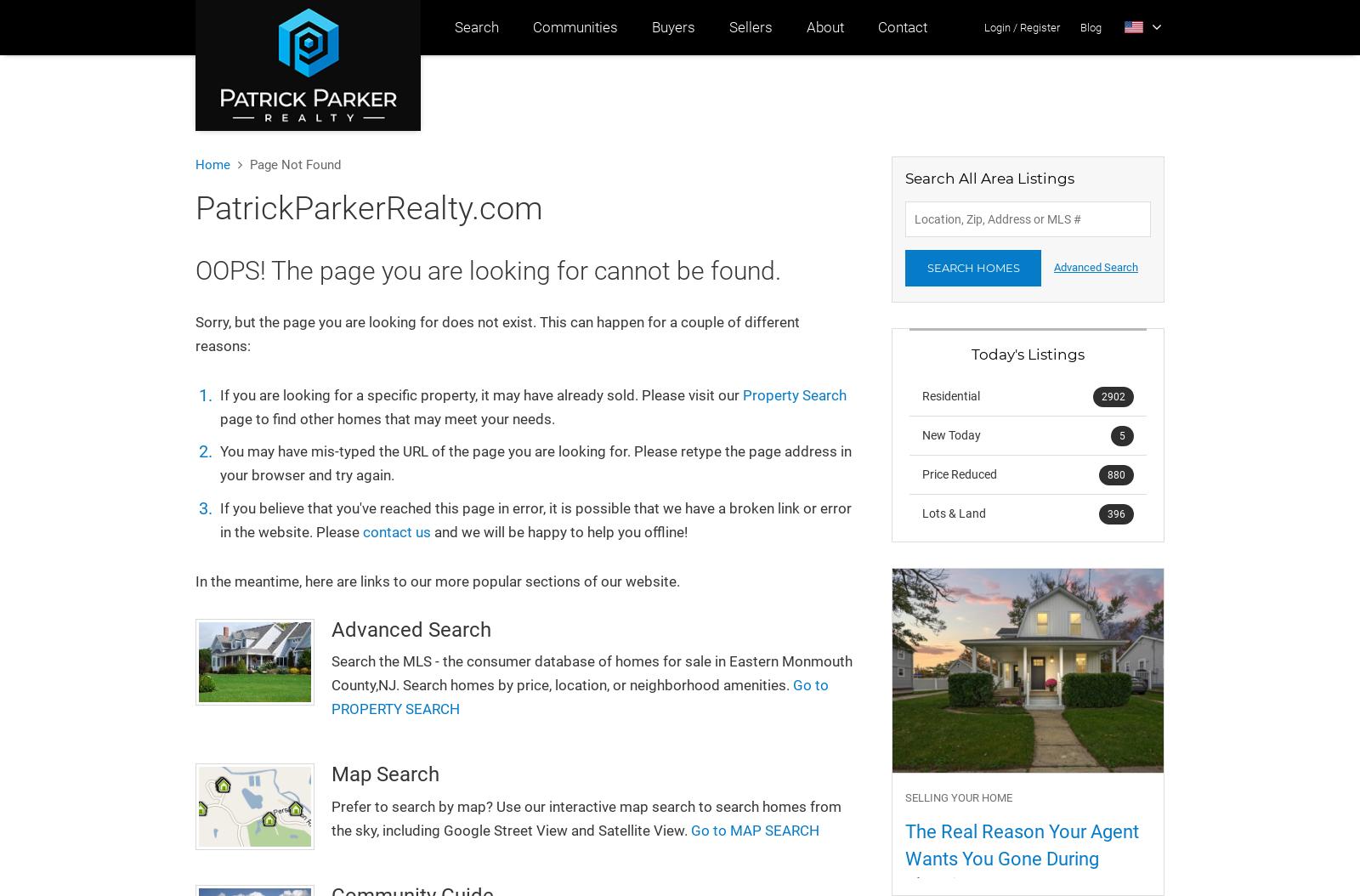 The width and height of the screenshot is (1360, 896). Describe the element at coordinates (877, 27) in the screenshot. I see `'Contact'` at that location.